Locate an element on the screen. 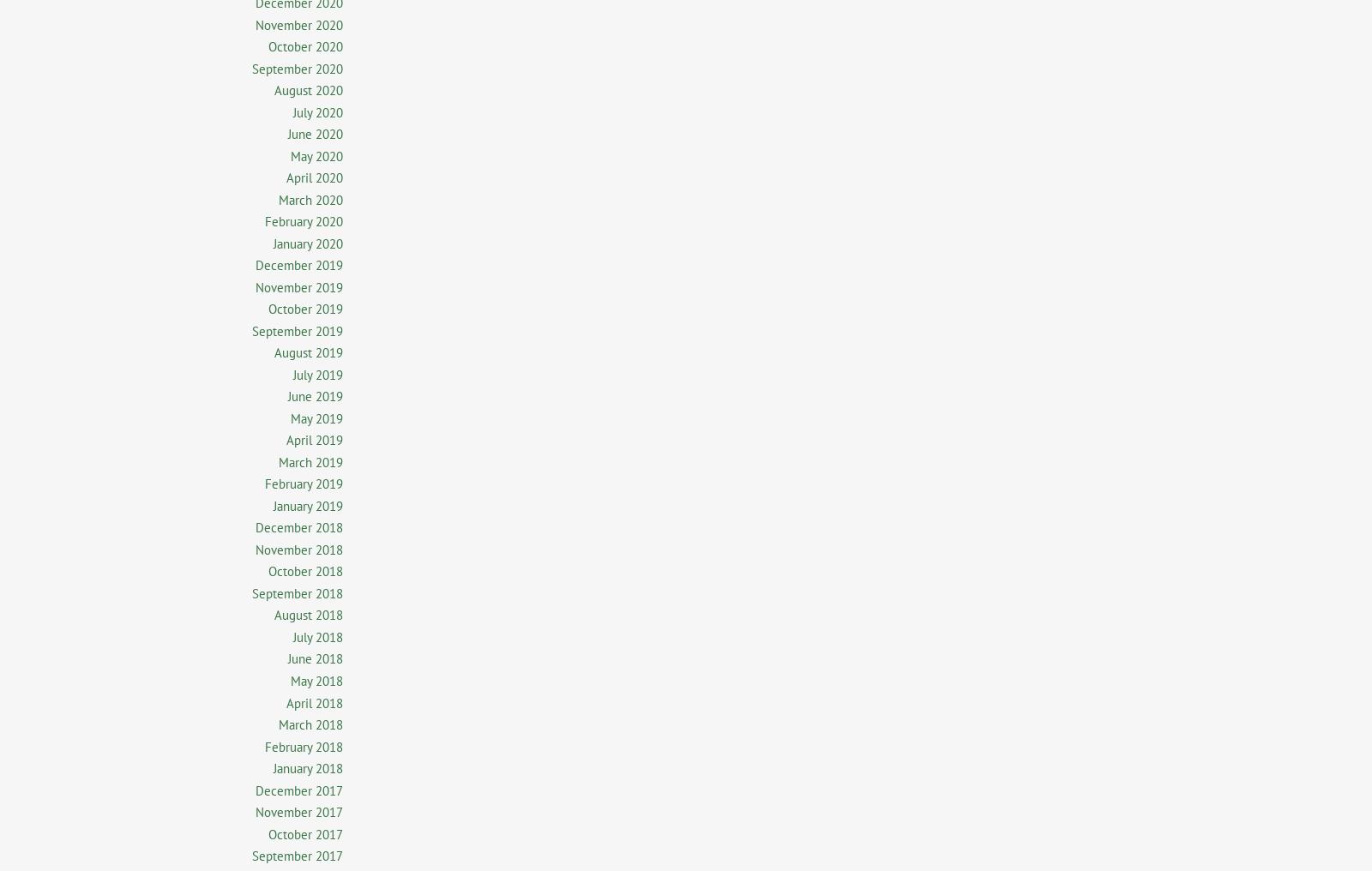 The height and width of the screenshot is (871, 1372). 'March 2020' is located at coordinates (310, 199).